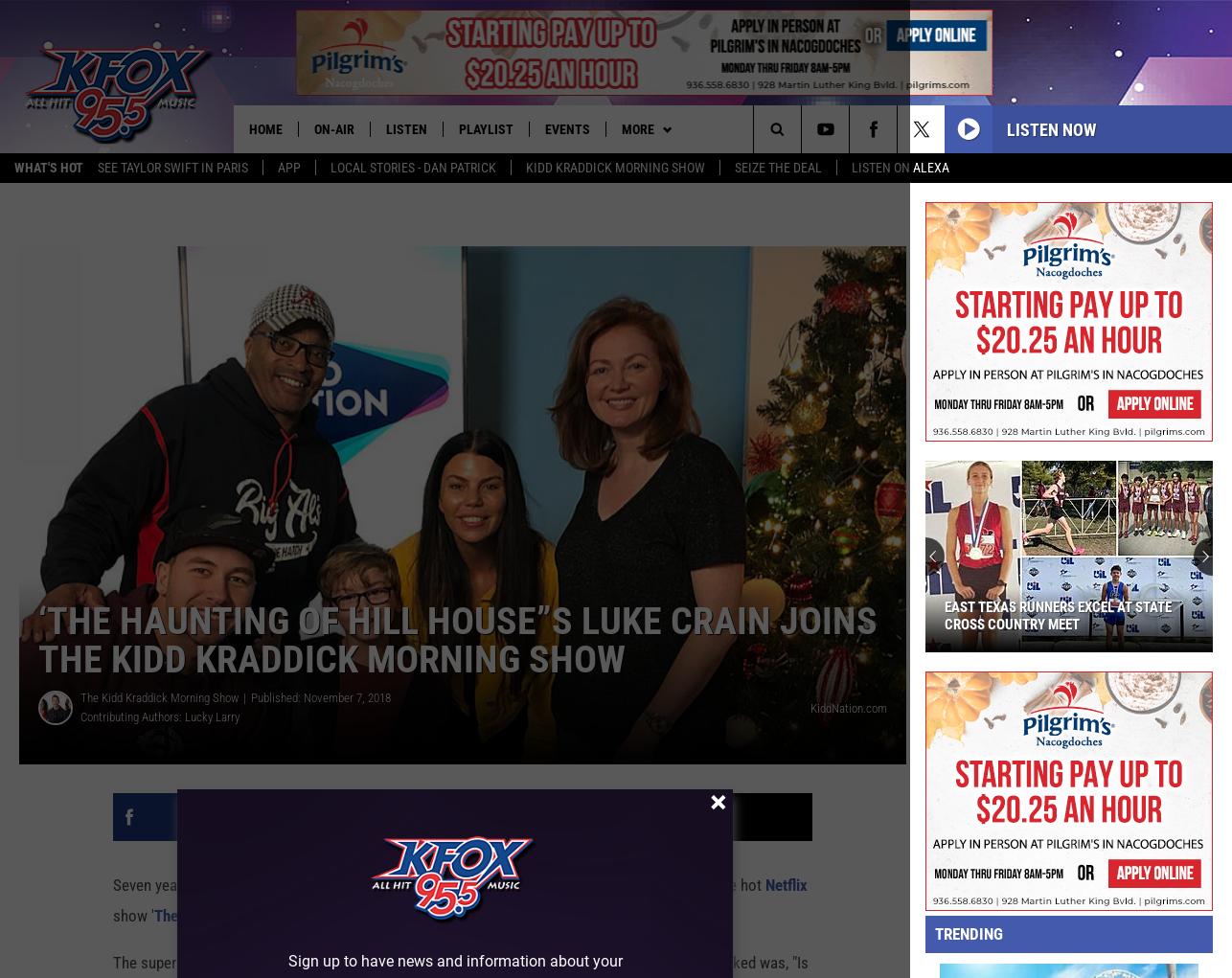 This screenshot has width=1232, height=978. Describe the element at coordinates (405, 128) in the screenshot. I see `'Listen'` at that location.